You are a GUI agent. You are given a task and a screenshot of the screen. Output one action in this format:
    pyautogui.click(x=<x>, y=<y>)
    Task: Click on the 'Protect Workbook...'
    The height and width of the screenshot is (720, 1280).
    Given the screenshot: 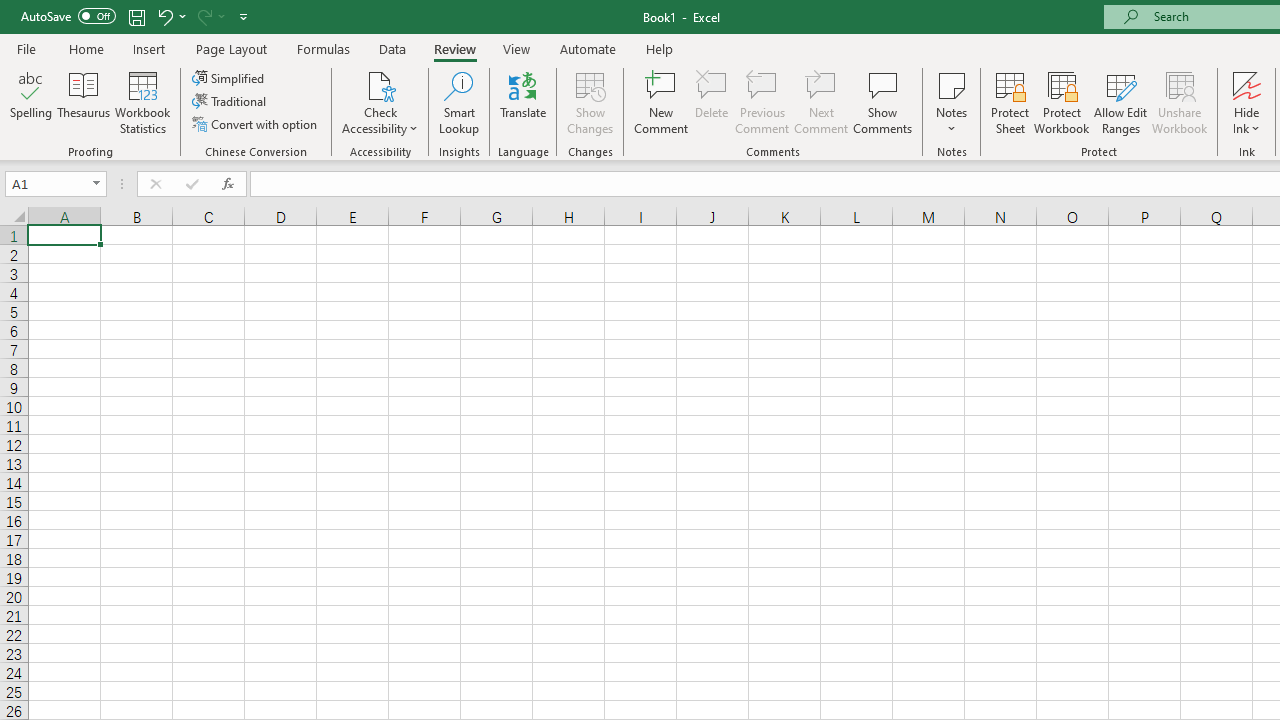 What is the action you would take?
    pyautogui.click(x=1060, y=103)
    